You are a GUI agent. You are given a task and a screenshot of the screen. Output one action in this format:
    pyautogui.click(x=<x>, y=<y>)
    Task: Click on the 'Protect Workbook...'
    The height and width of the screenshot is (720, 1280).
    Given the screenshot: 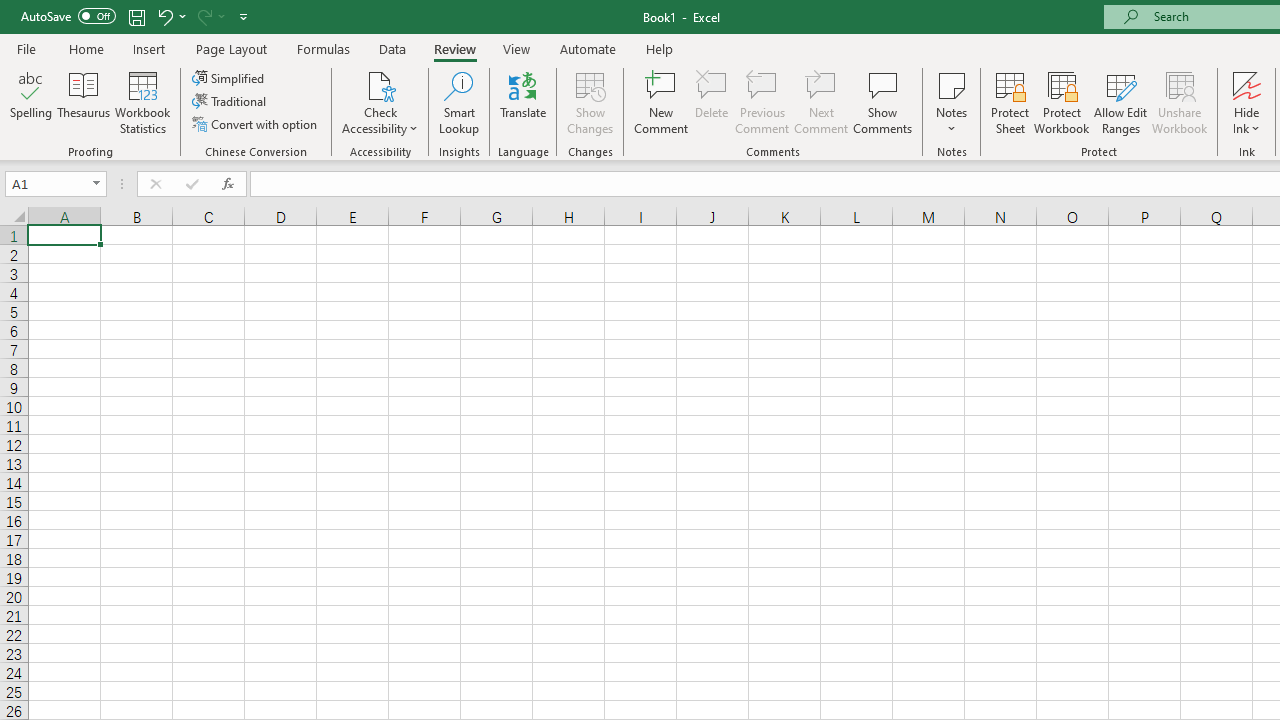 What is the action you would take?
    pyautogui.click(x=1060, y=103)
    